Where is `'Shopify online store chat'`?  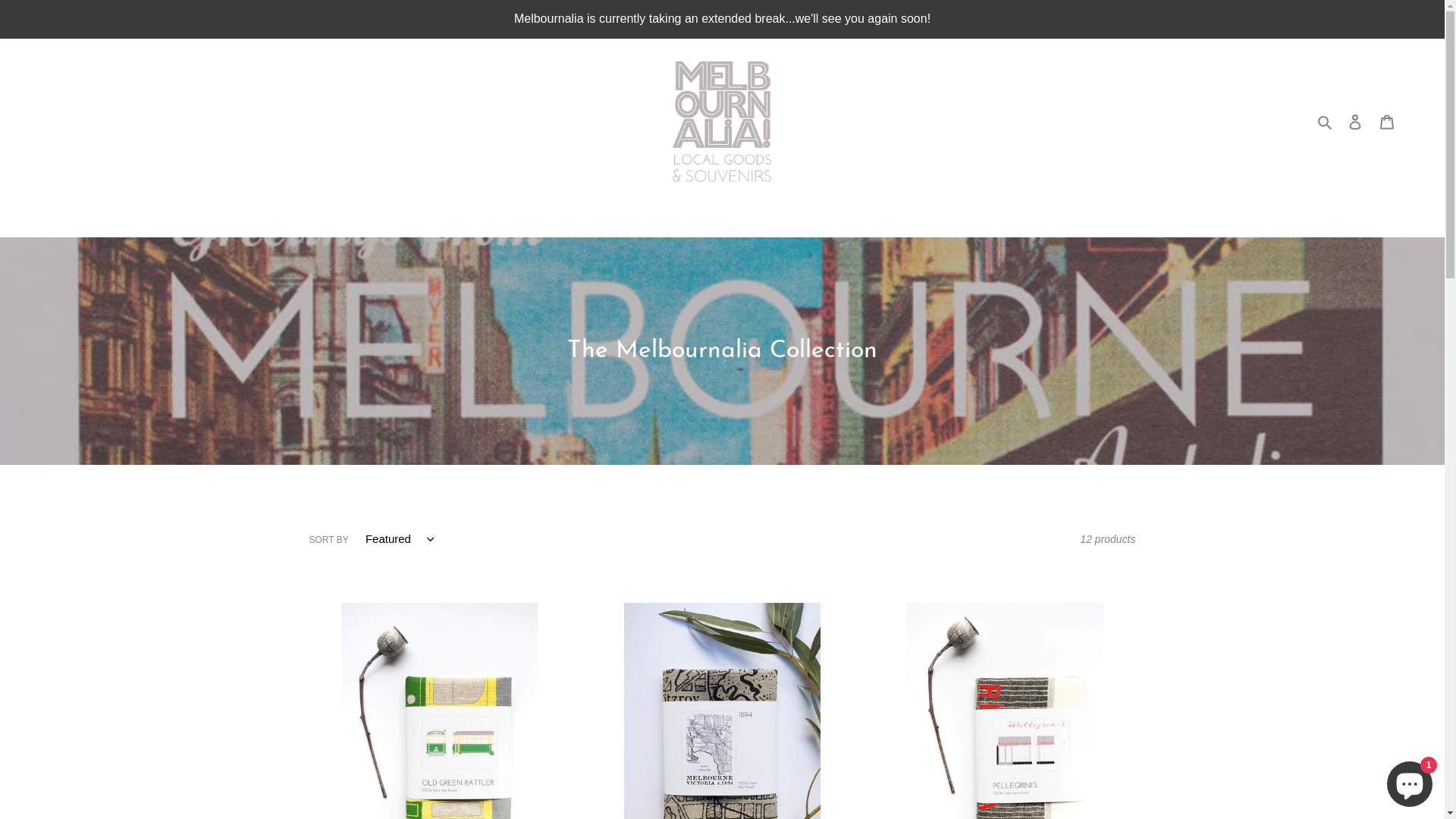
'Shopify online store chat' is located at coordinates (1408, 780).